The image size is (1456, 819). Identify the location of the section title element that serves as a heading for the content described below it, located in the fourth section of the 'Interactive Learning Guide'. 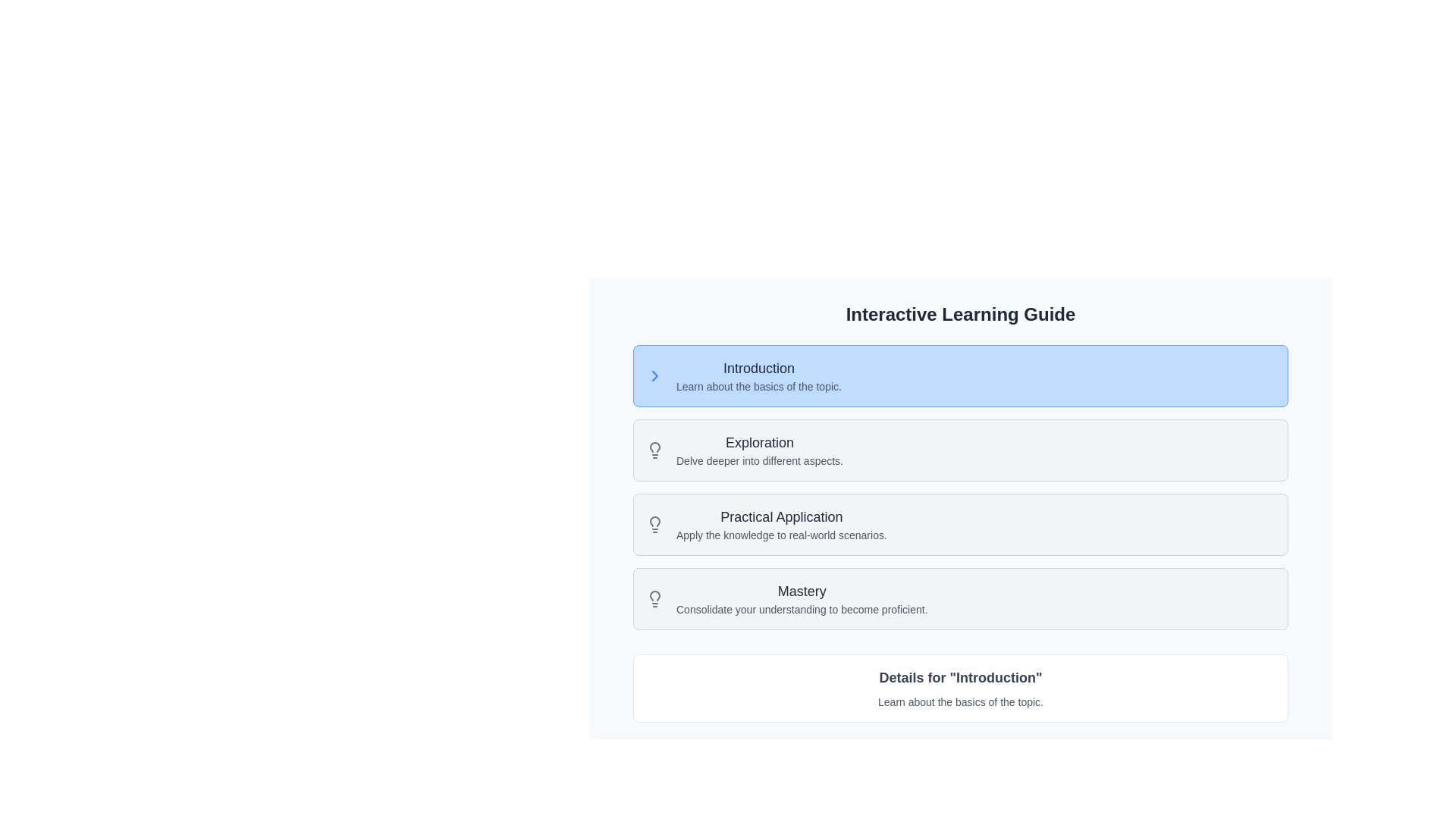
(801, 590).